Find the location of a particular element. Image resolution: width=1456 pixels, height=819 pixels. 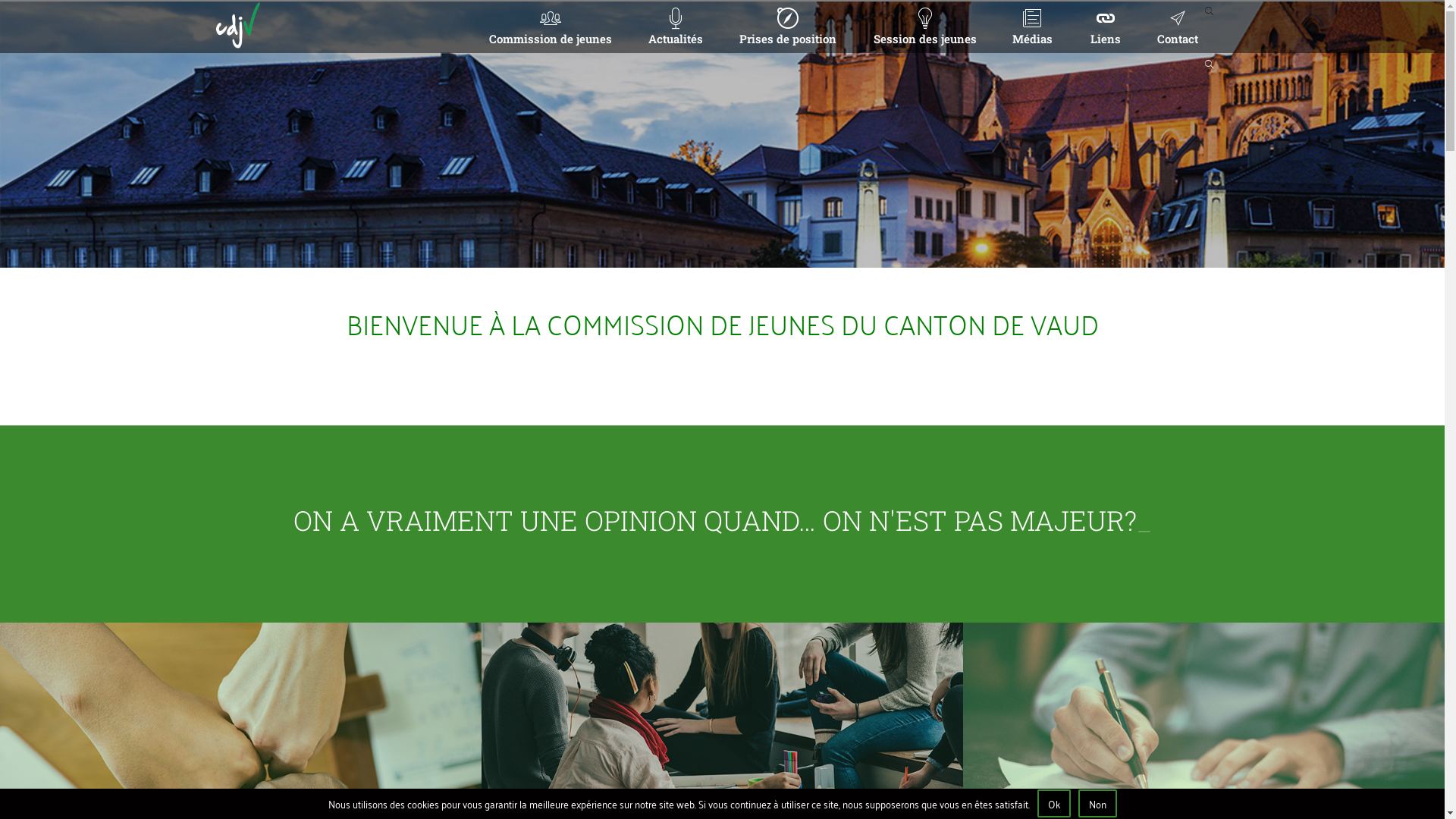

'Session des jeunes' is located at coordinates (924, 26).